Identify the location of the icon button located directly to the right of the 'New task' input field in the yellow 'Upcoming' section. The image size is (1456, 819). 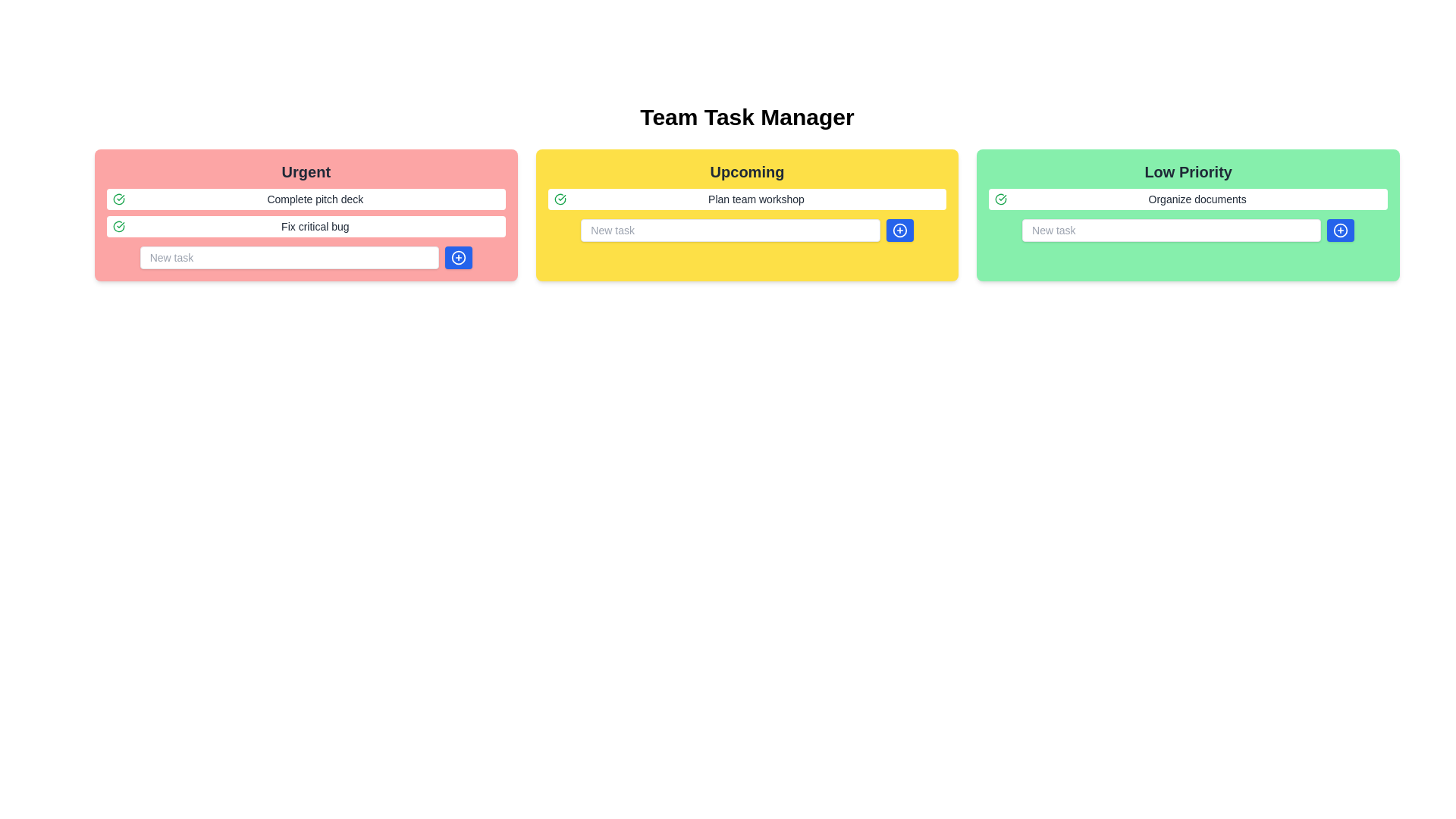
(899, 231).